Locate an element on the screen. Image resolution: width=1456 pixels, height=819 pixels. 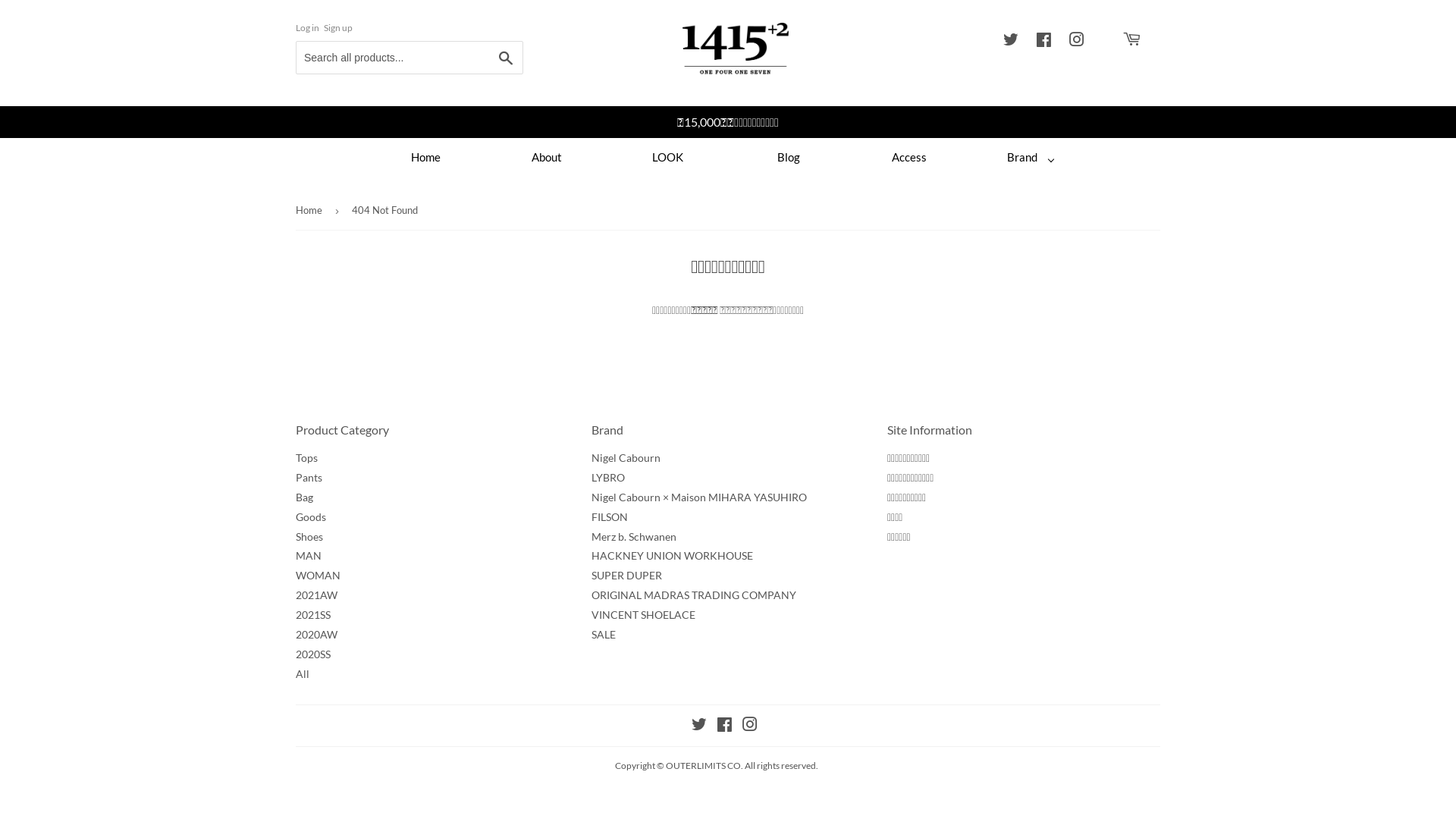
'Blog' is located at coordinates (789, 157).